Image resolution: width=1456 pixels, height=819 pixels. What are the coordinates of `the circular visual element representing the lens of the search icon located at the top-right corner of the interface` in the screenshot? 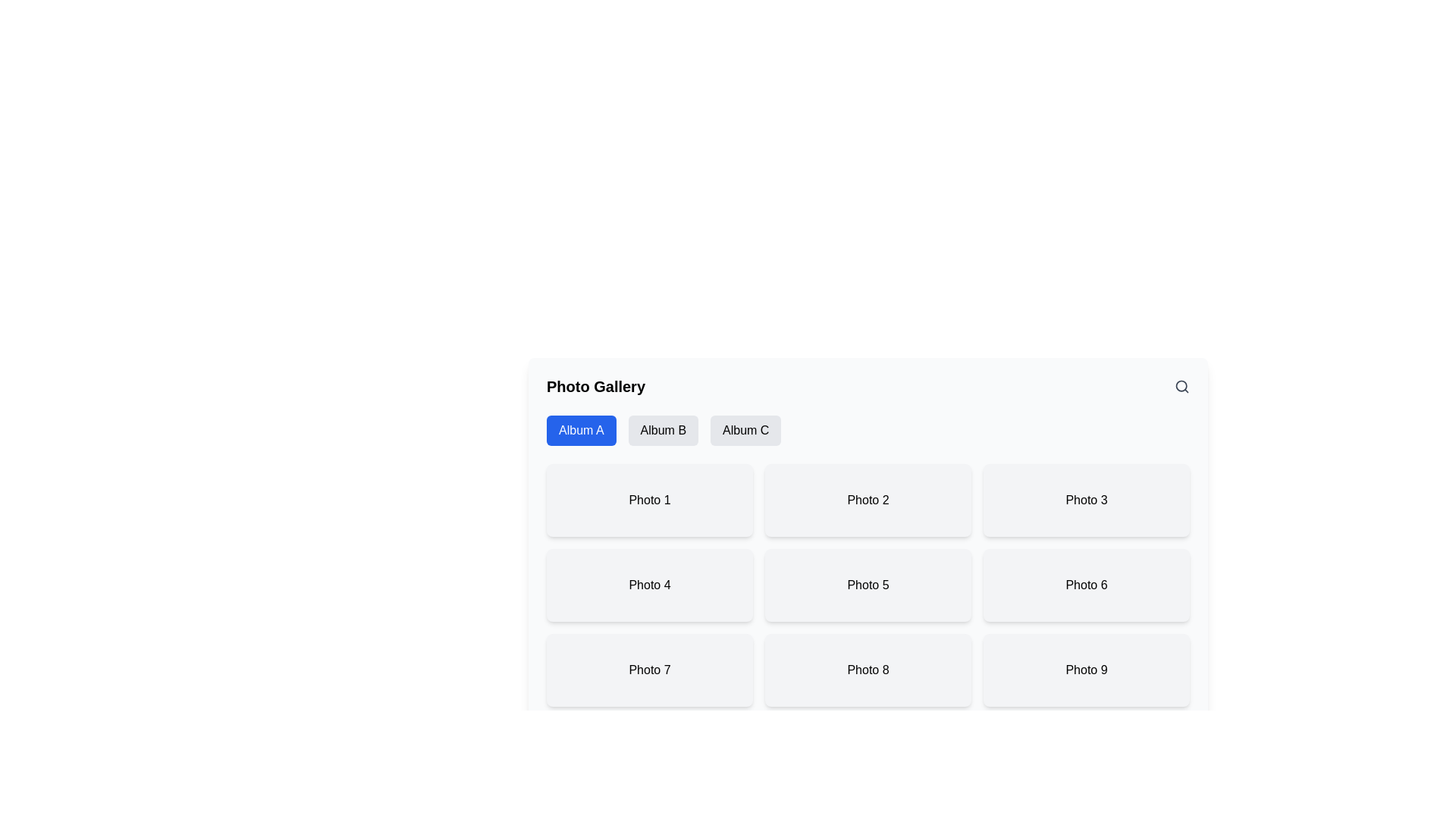 It's located at (1181, 385).